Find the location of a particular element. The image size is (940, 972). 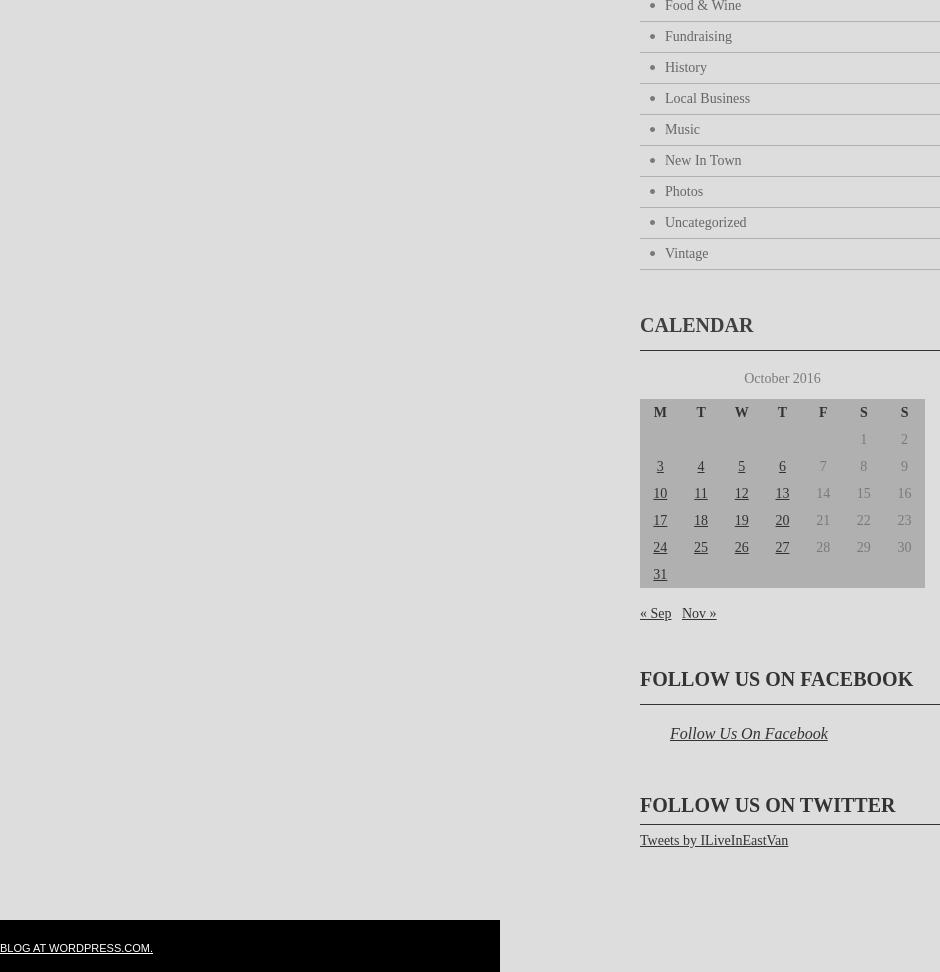

'20' is located at coordinates (780, 520).